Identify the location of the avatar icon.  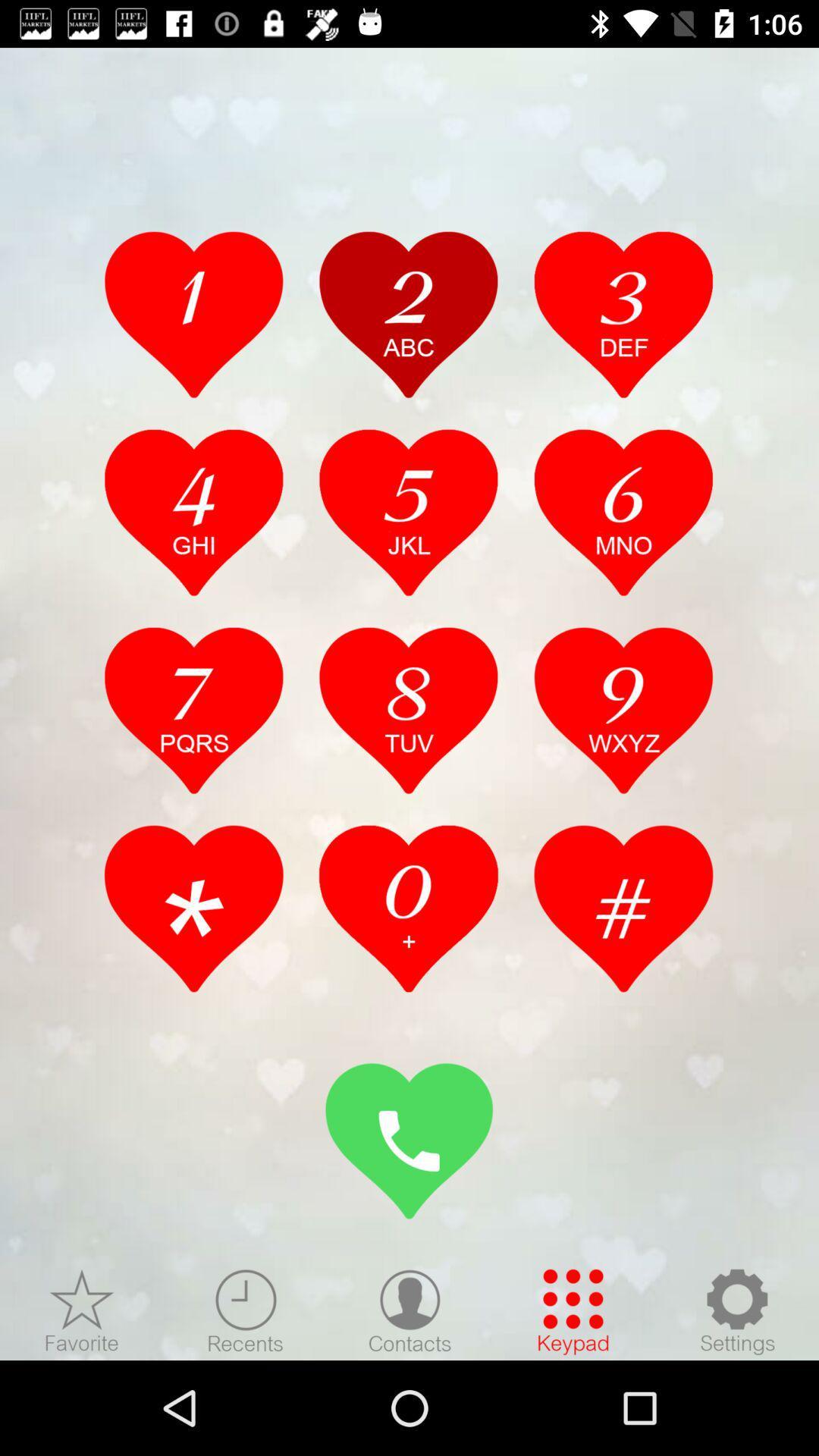
(409, 1310).